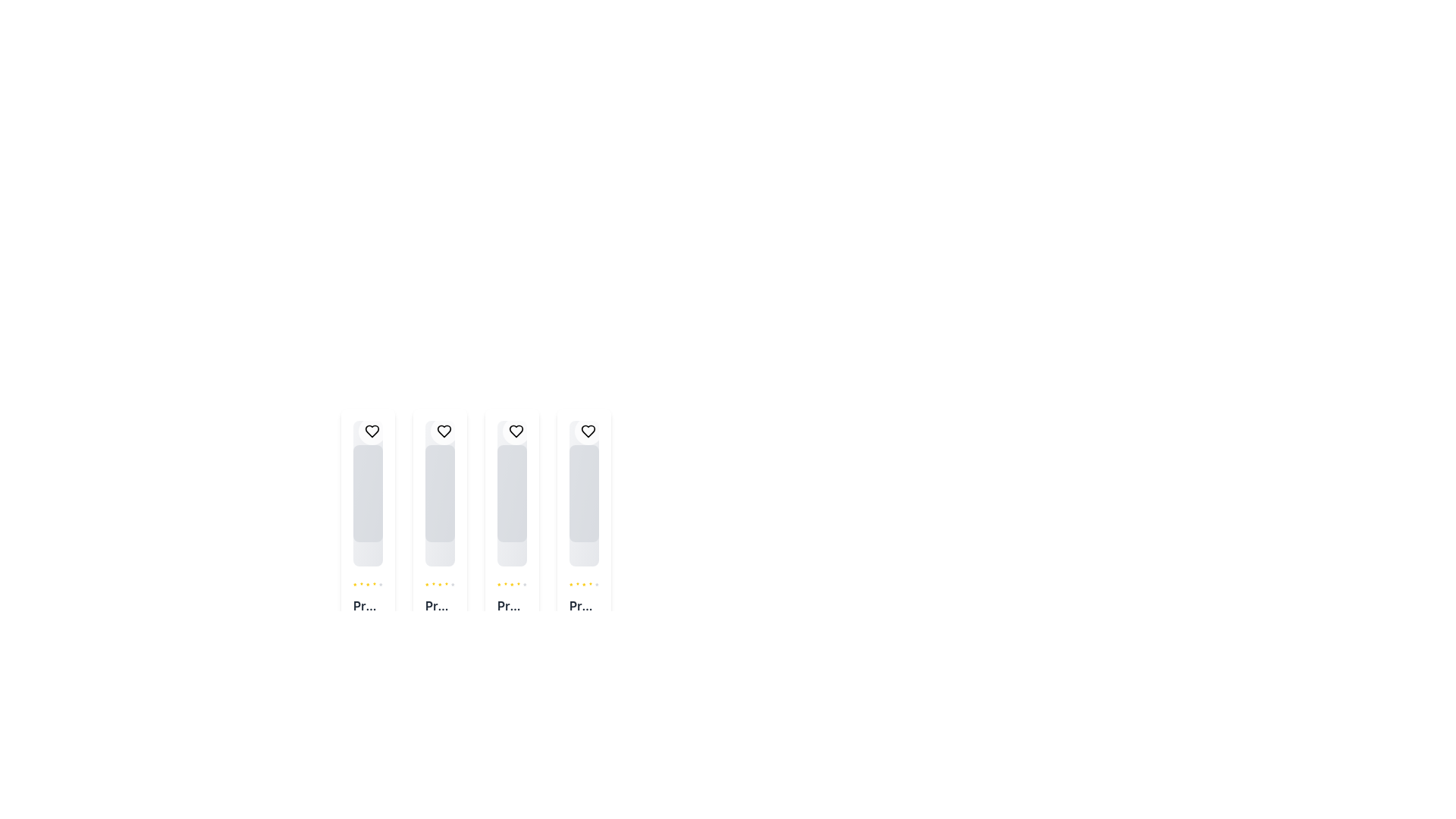 The height and width of the screenshot is (819, 1456). I want to click on the favorite icon button located at the top-right area of the product card, so click(372, 431).